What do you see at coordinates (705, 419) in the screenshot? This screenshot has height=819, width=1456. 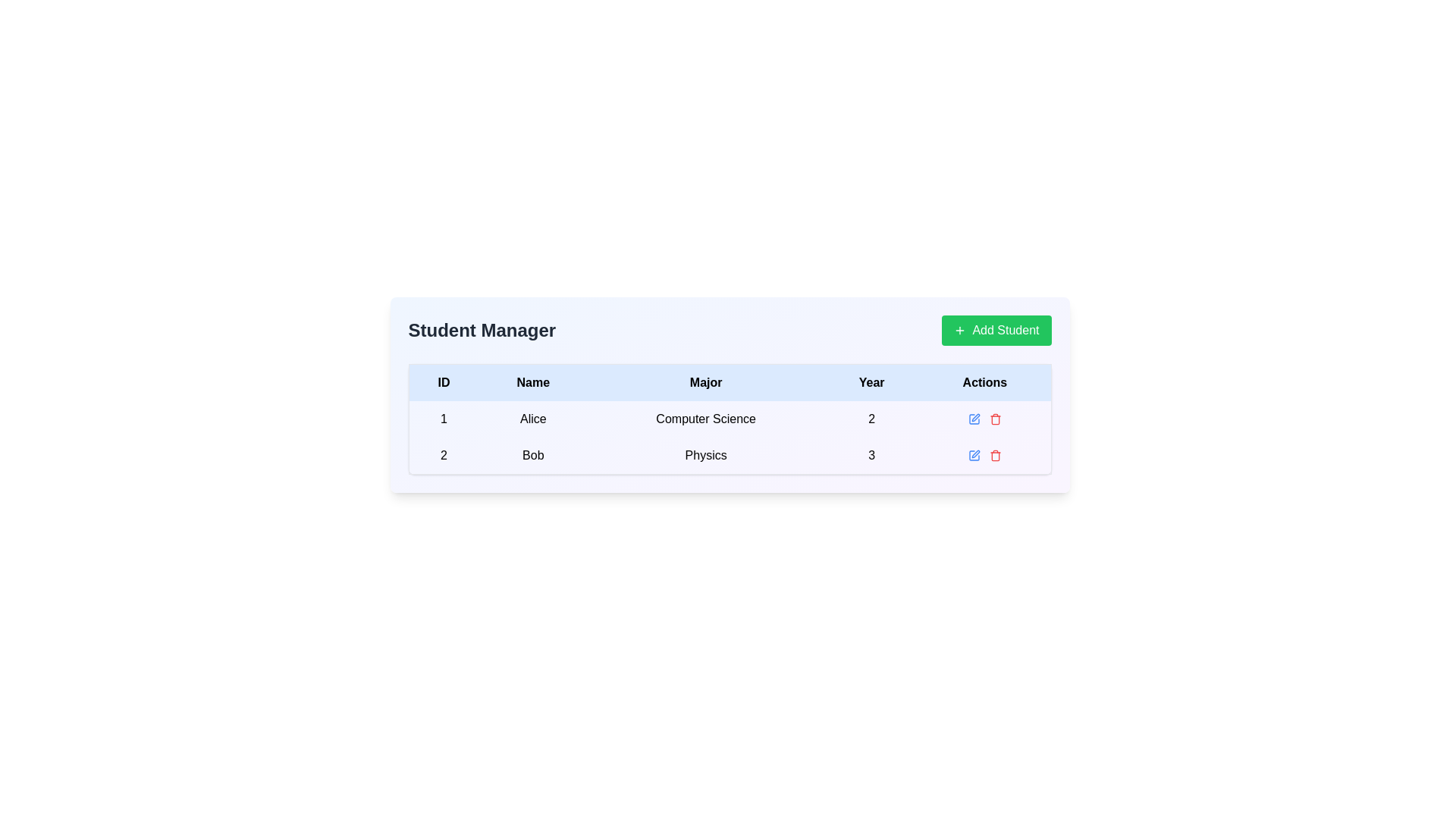 I see `the Text Label indicating 'Computer Science' located in the third column of the first row of a table-like structure` at bounding box center [705, 419].